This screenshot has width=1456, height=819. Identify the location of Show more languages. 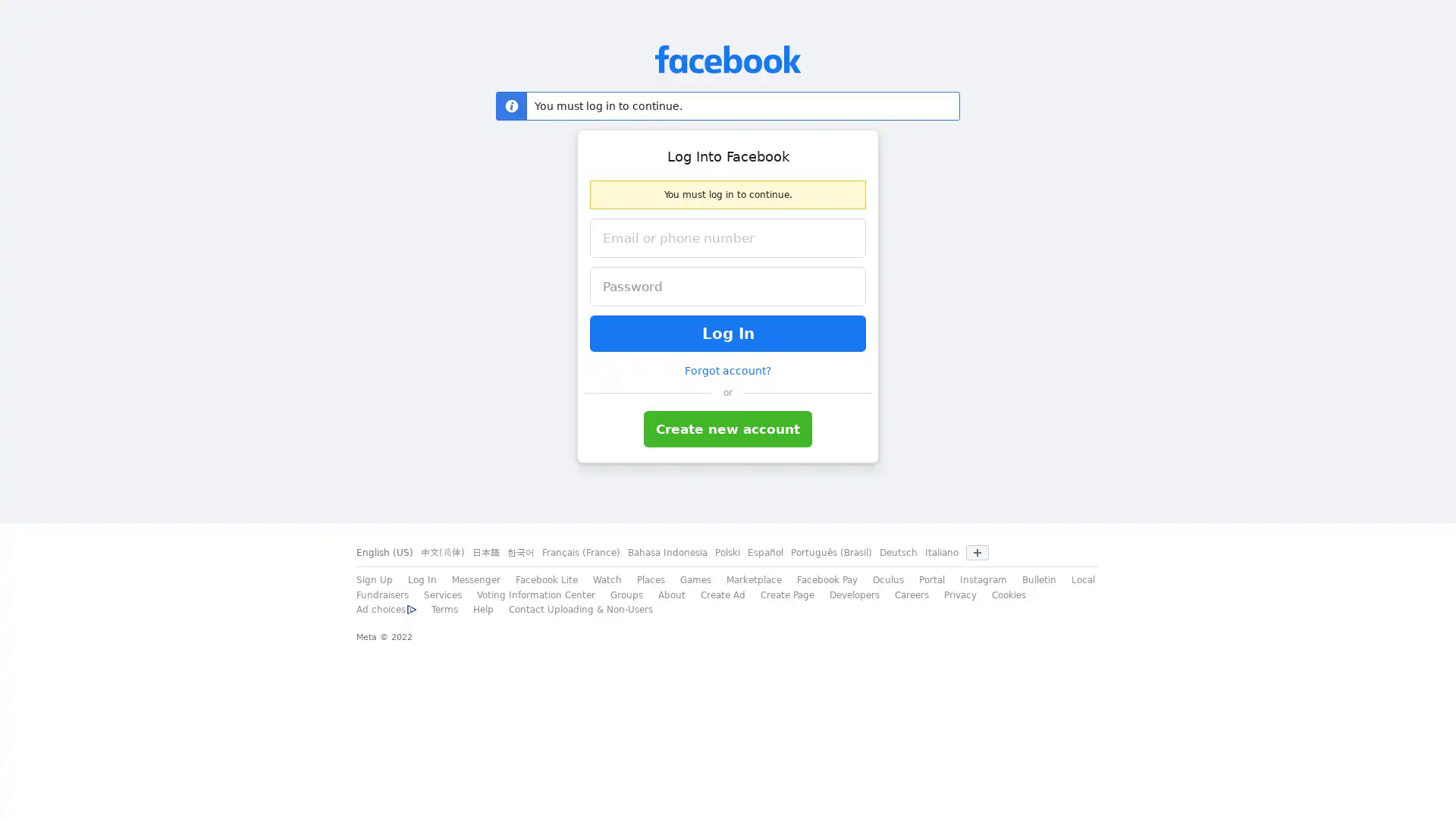
(977, 553).